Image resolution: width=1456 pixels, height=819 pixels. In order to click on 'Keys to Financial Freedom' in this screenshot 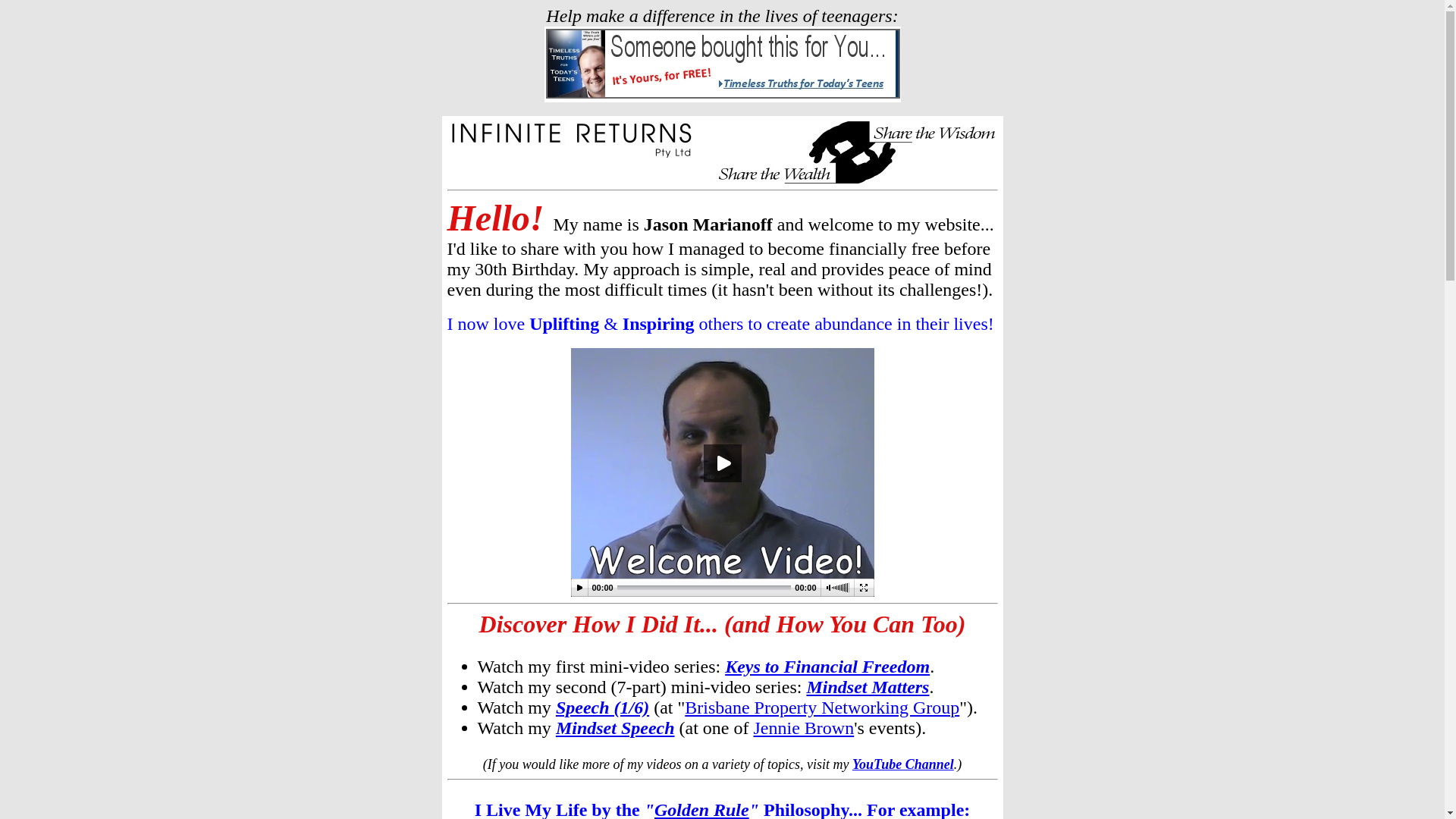, I will do `click(723, 666)`.